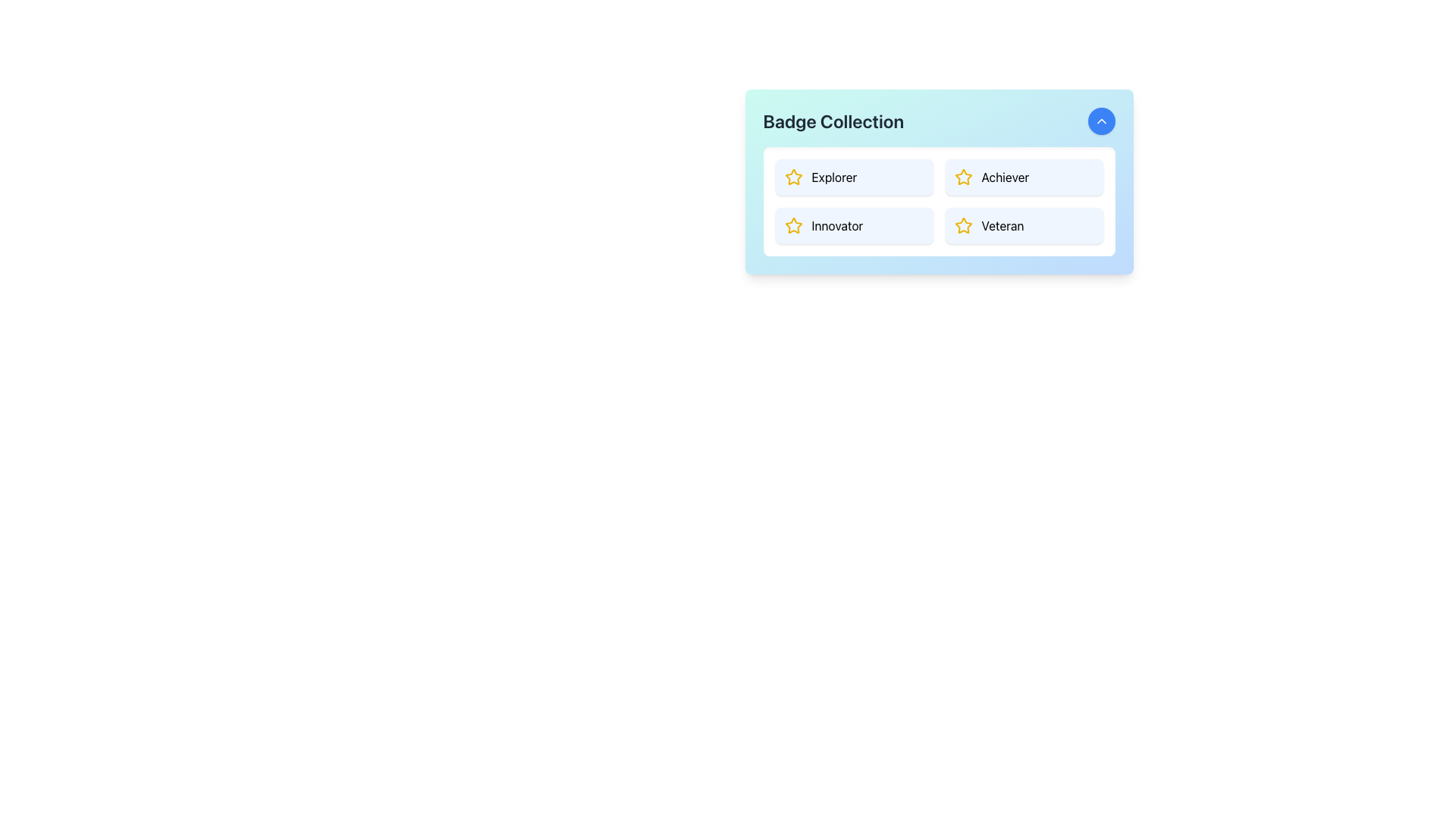 The height and width of the screenshot is (819, 1456). Describe the element at coordinates (854, 225) in the screenshot. I see `the rectangular badge displaying the word 'Innovator' with a yellow star icon, located in the bottom-left of the badge grid` at that location.